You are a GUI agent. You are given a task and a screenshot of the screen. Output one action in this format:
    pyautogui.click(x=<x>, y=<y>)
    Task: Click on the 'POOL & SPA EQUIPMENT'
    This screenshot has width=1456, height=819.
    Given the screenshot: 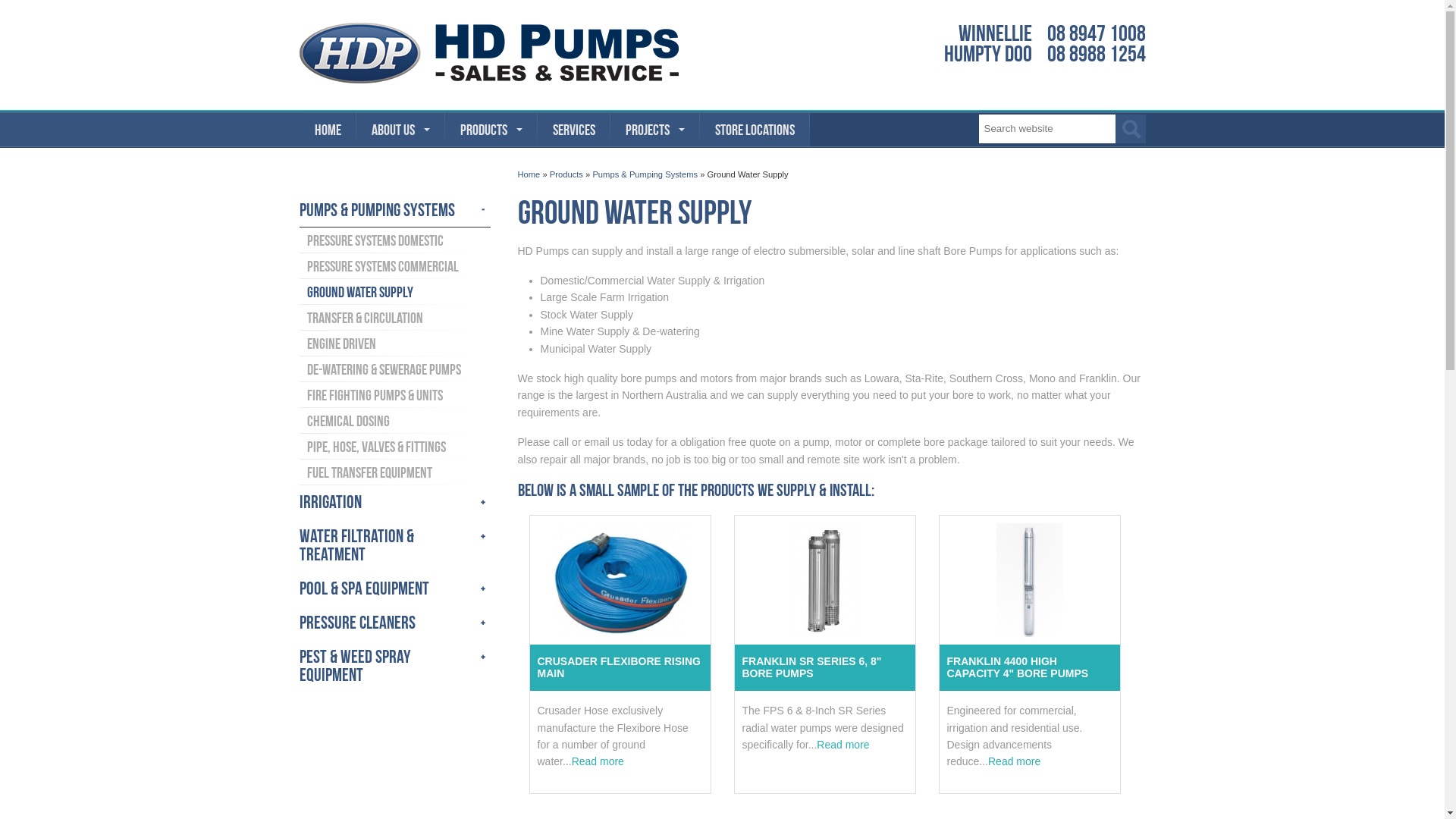 What is the action you would take?
    pyautogui.click(x=394, y=588)
    